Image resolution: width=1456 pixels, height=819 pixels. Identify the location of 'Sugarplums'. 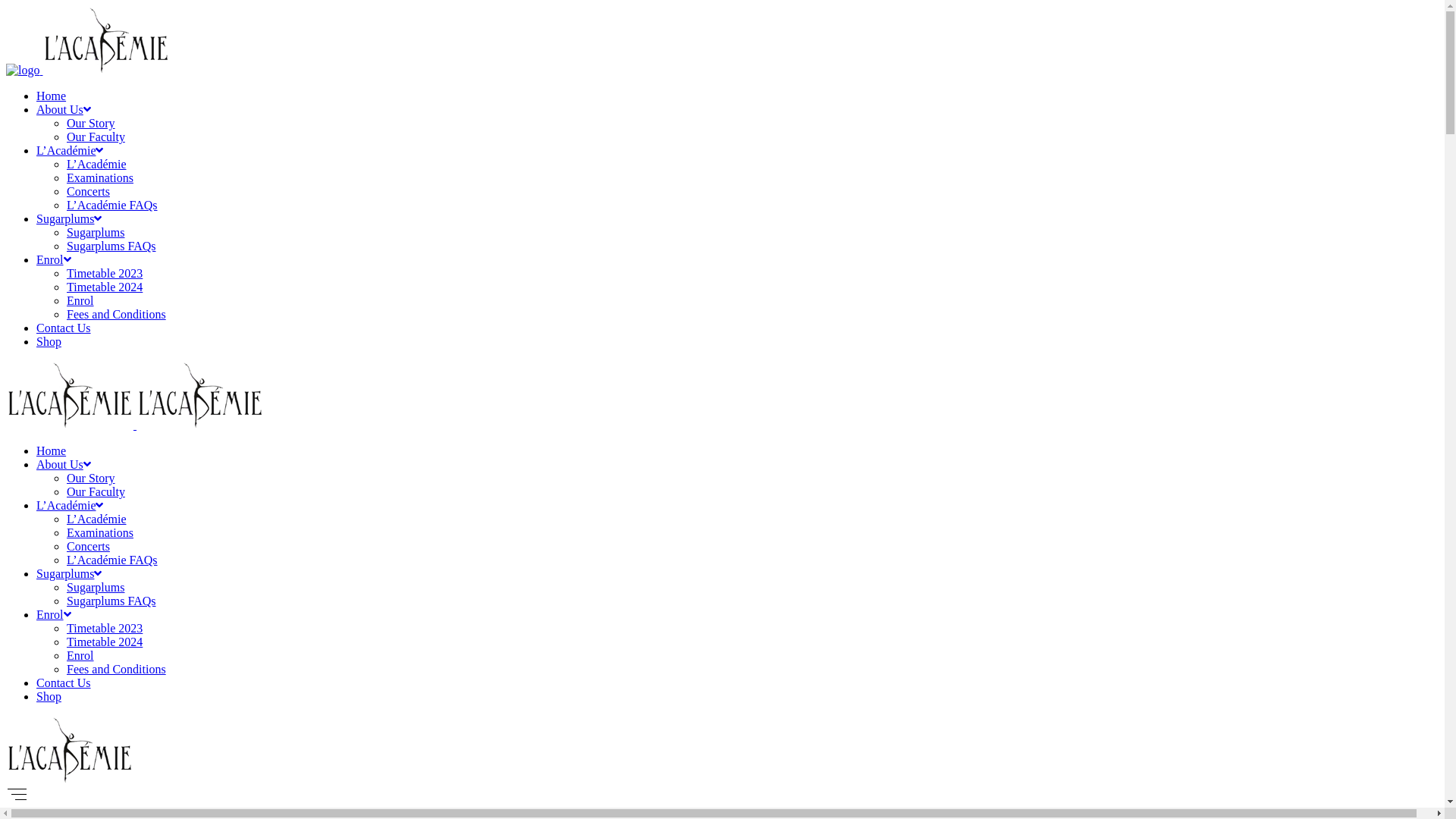
(36, 573).